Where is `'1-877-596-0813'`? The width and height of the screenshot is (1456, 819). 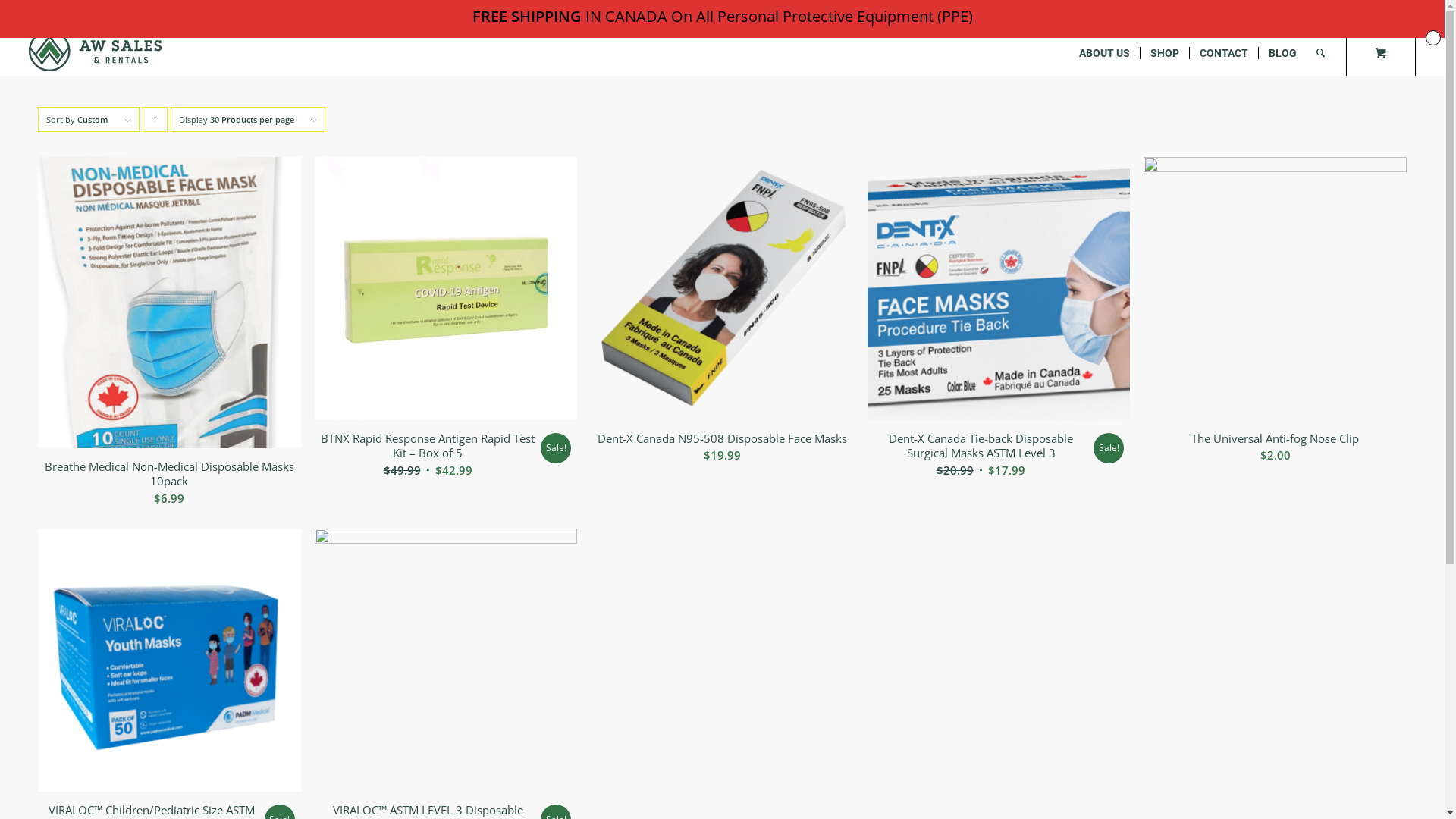 '1-877-596-0813' is located at coordinates (103, 14).